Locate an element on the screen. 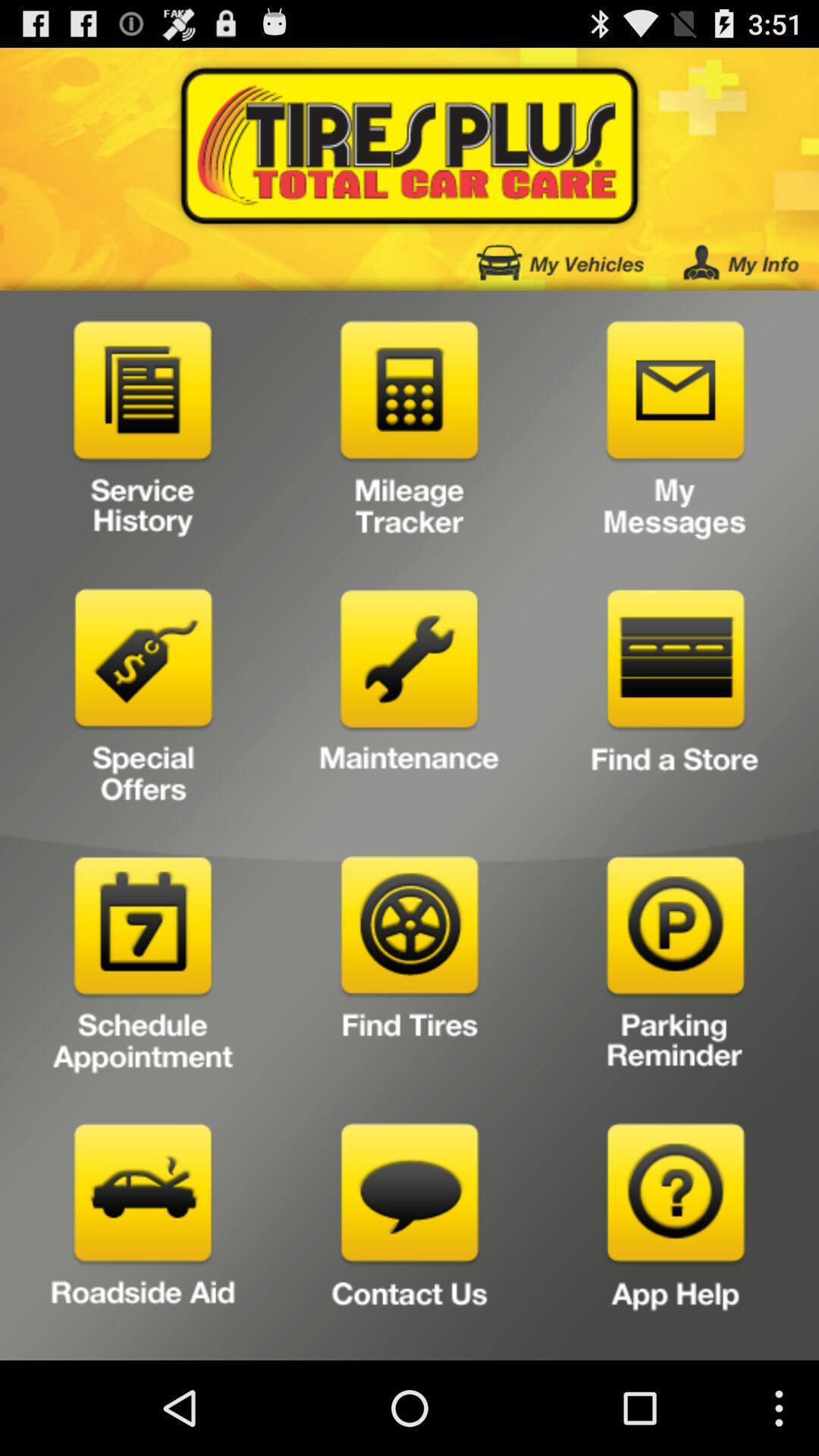 The height and width of the screenshot is (1456, 819). mileage tracker is located at coordinates (409, 433).